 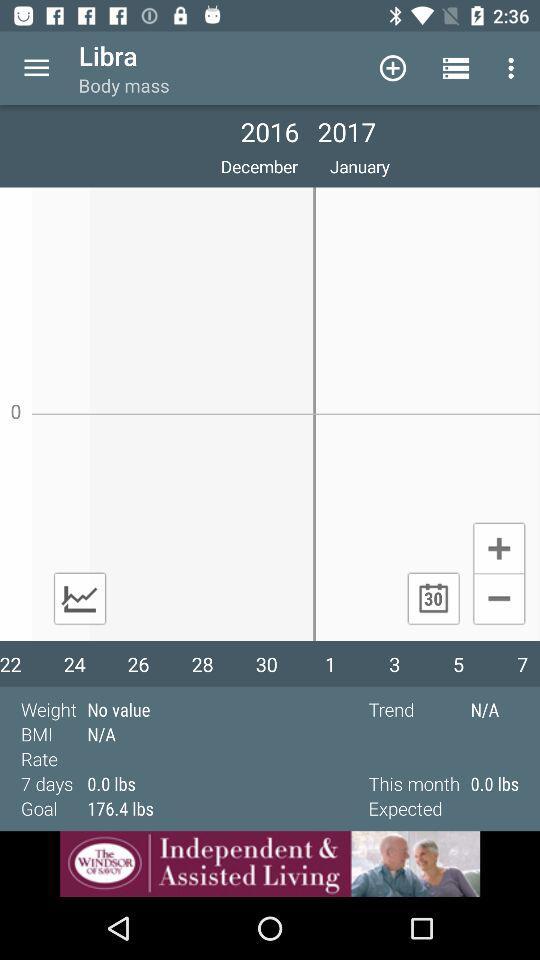 What do you see at coordinates (79, 598) in the screenshot?
I see `the email icon` at bounding box center [79, 598].